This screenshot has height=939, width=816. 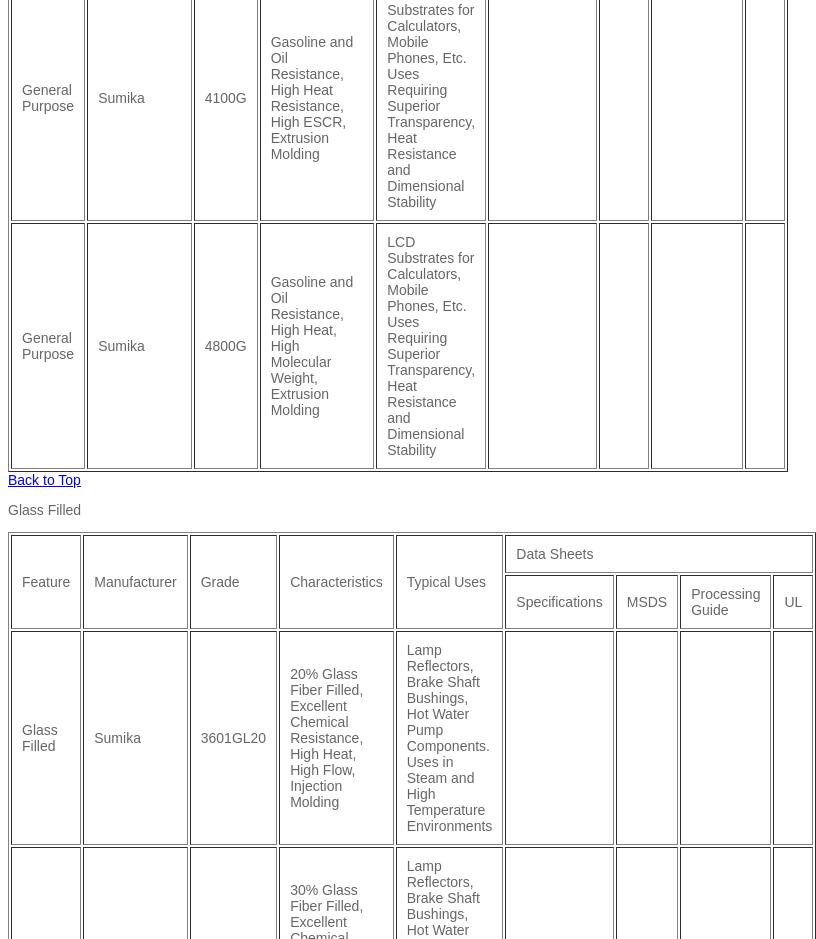 What do you see at coordinates (269, 96) in the screenshot?
I see `'Gasoline and Oil Resistance, High Heat Resistance, High ESCR, Extrusion Molding'` at bounding box center [269, 96].